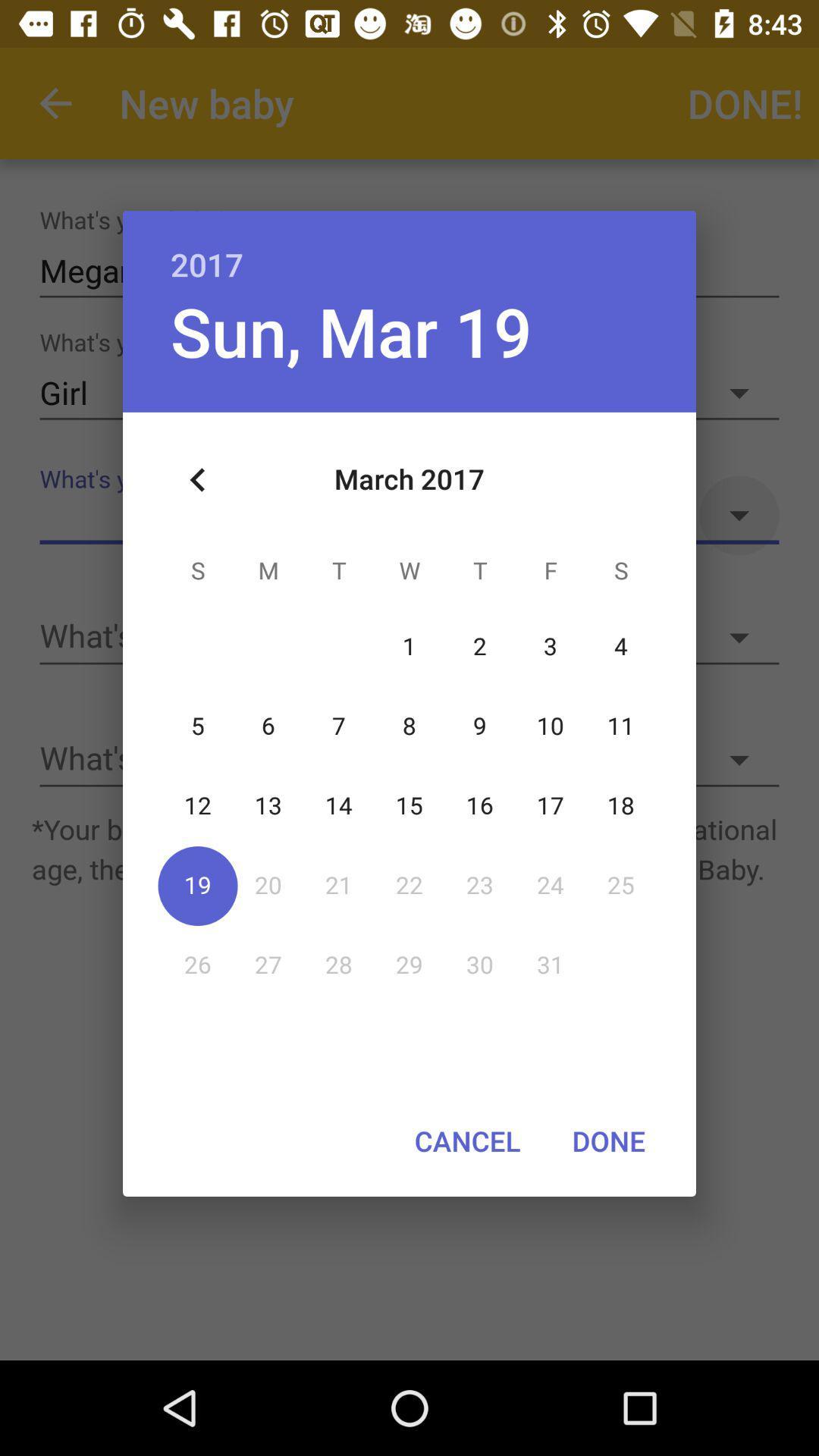 This screenshot has width=819, height=1456. Describe the element at coordinates (607, 1141) in the screenshot. I see `item to the right of the cancel icon` at that location.